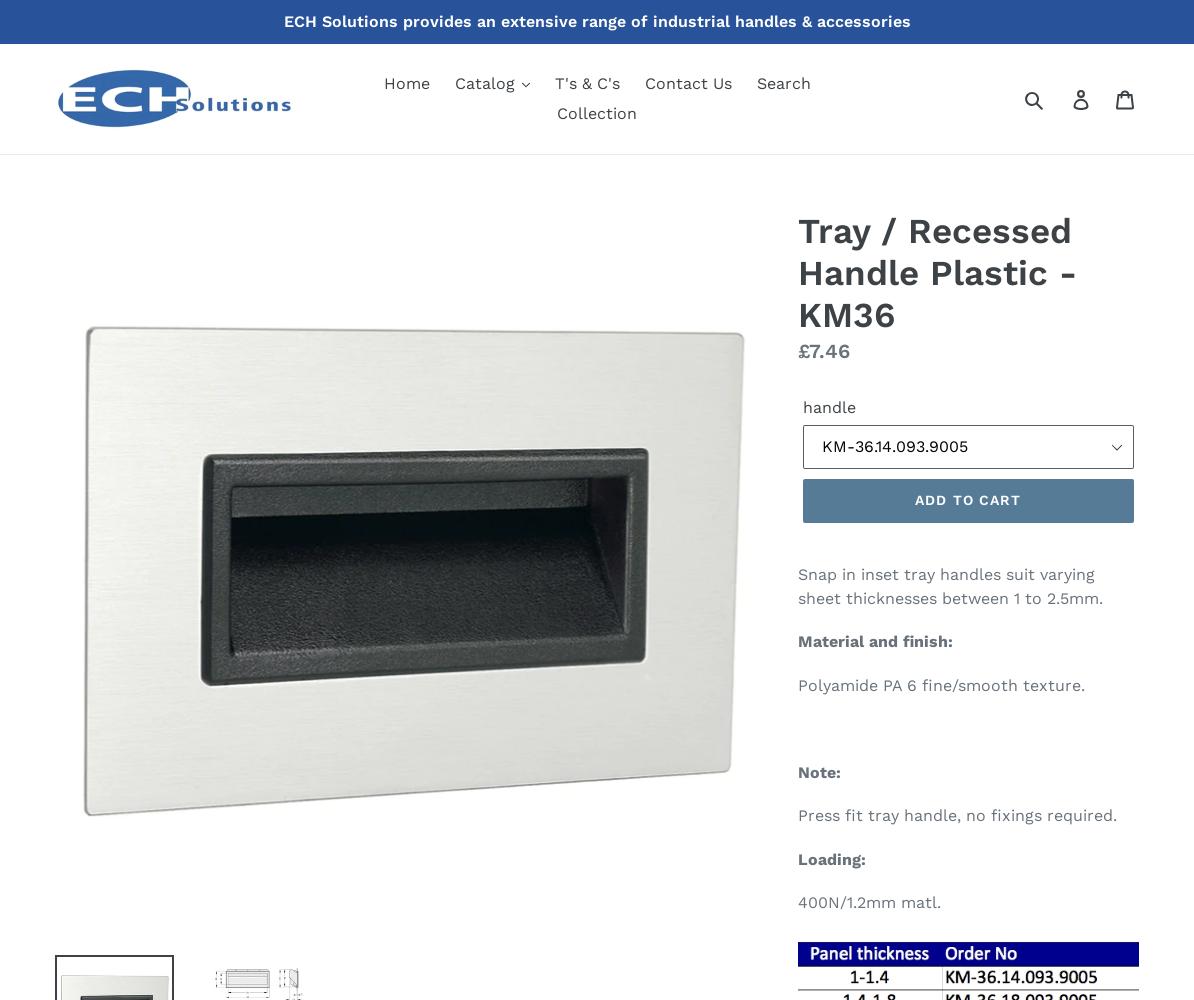  What do you see at coordinates (556, 112) in the screenshot?
I see `'Collection'` at bounding box center [556, 112].